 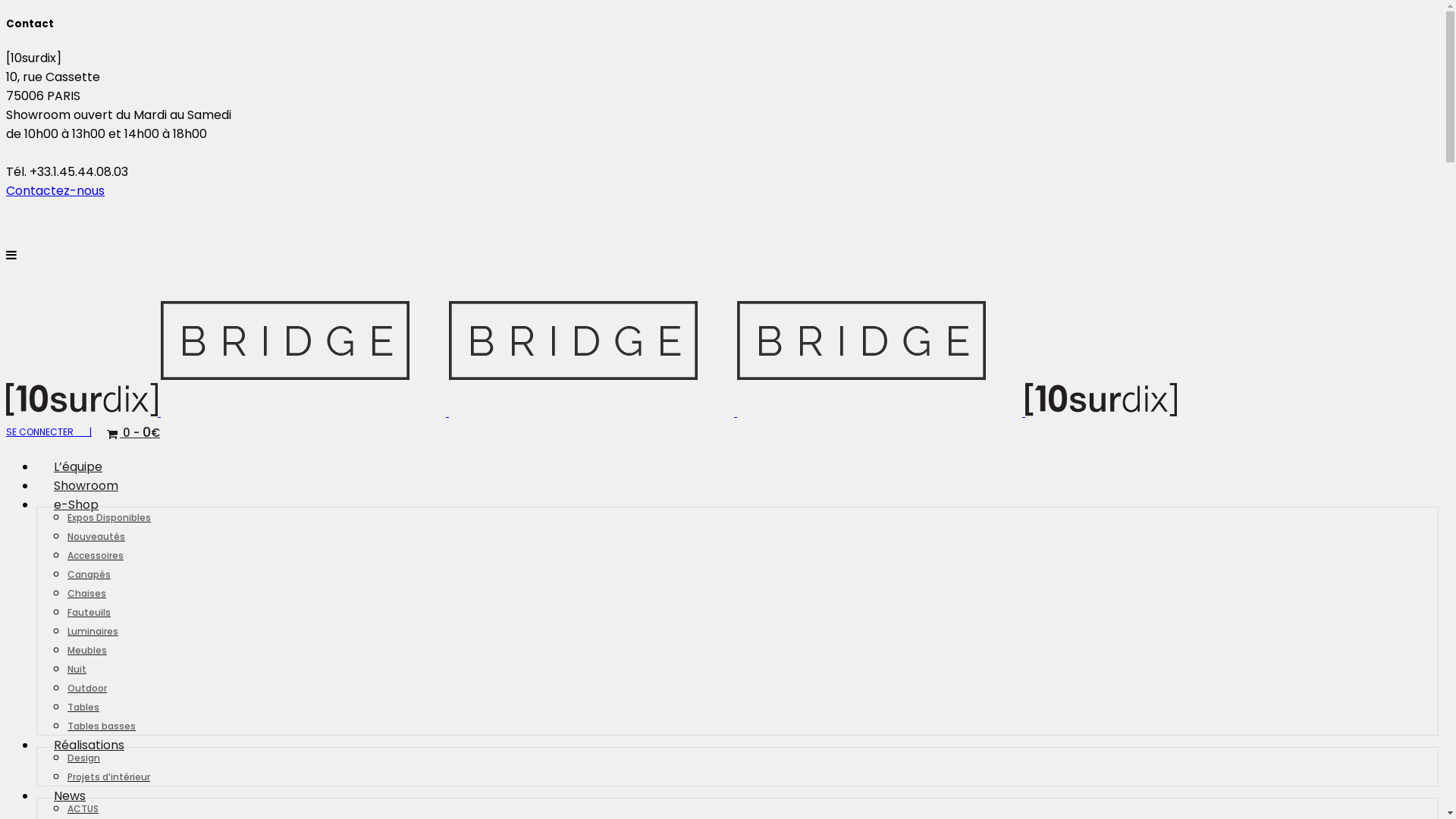 What do you see at coordinates (67, 667) in the screenshot?
I see `'Nuit'` at bounding box center [67, 667].